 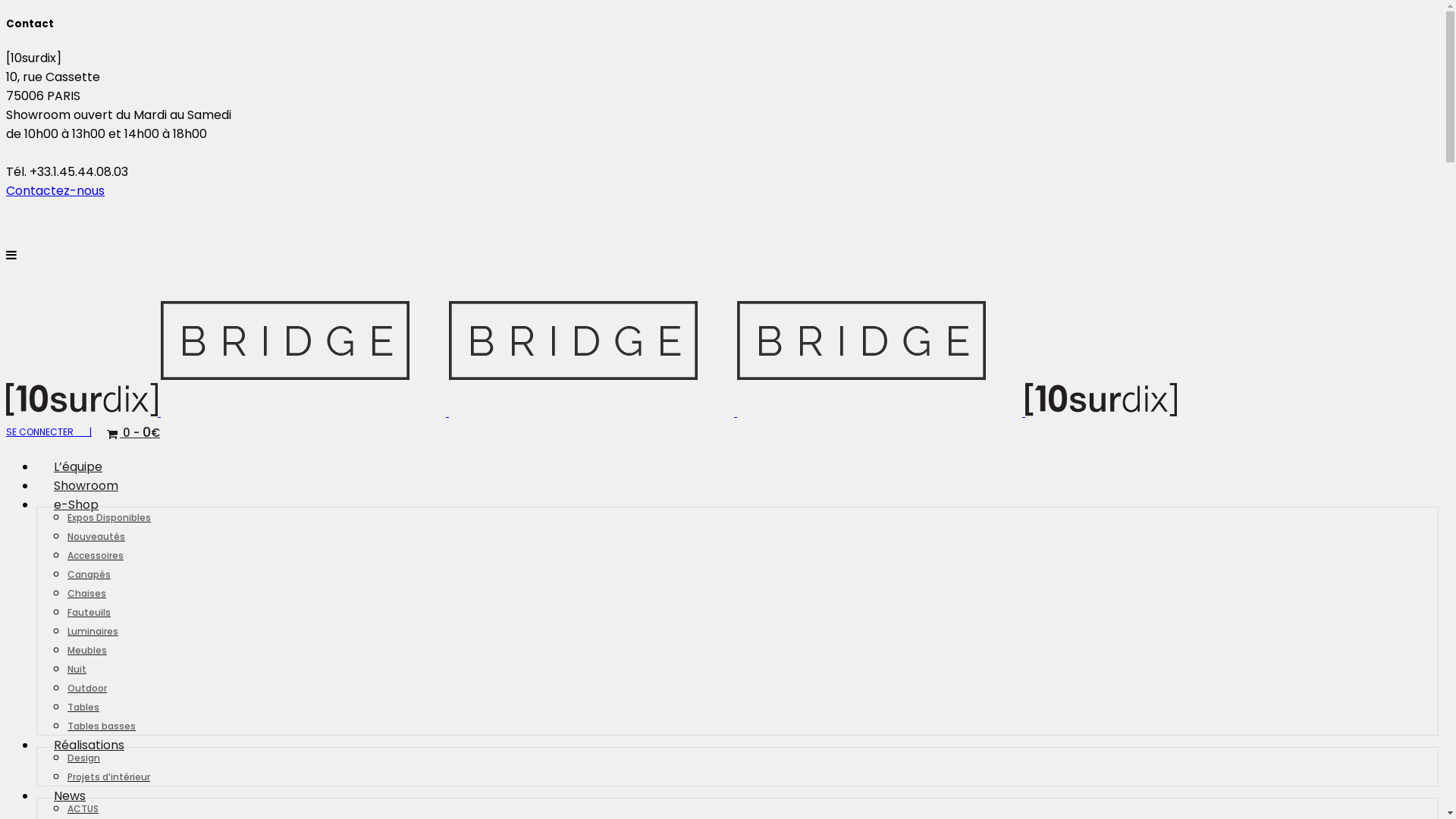 What do you see at coordinates (67, 667) in the screenshot?
I see `'Nuit'` at bounding box center [67, 667].